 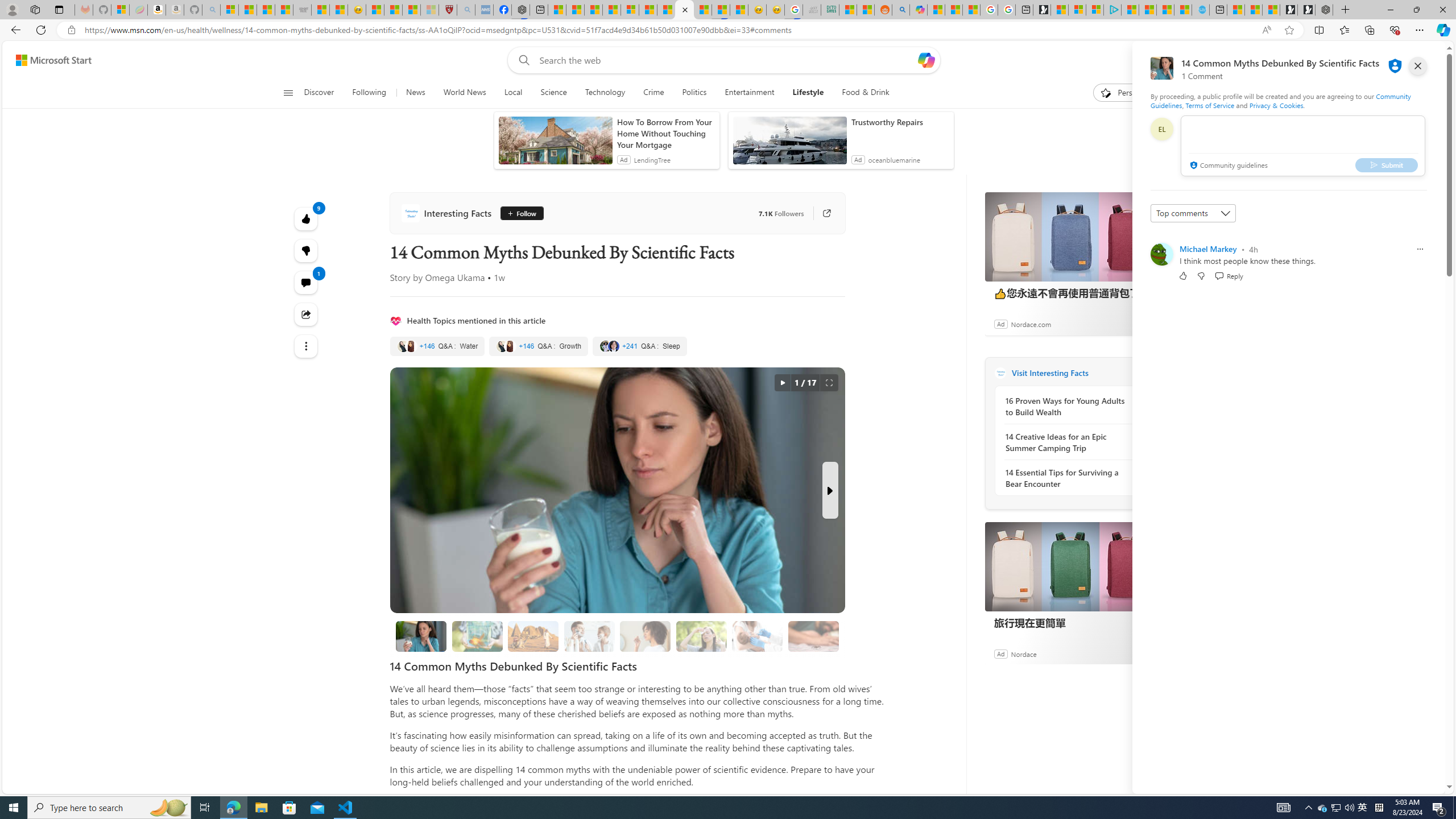 What do you see at coordinates (1386, 164) in the screenshot?
I see `'Submit'` at bounding box center [1386, 164].